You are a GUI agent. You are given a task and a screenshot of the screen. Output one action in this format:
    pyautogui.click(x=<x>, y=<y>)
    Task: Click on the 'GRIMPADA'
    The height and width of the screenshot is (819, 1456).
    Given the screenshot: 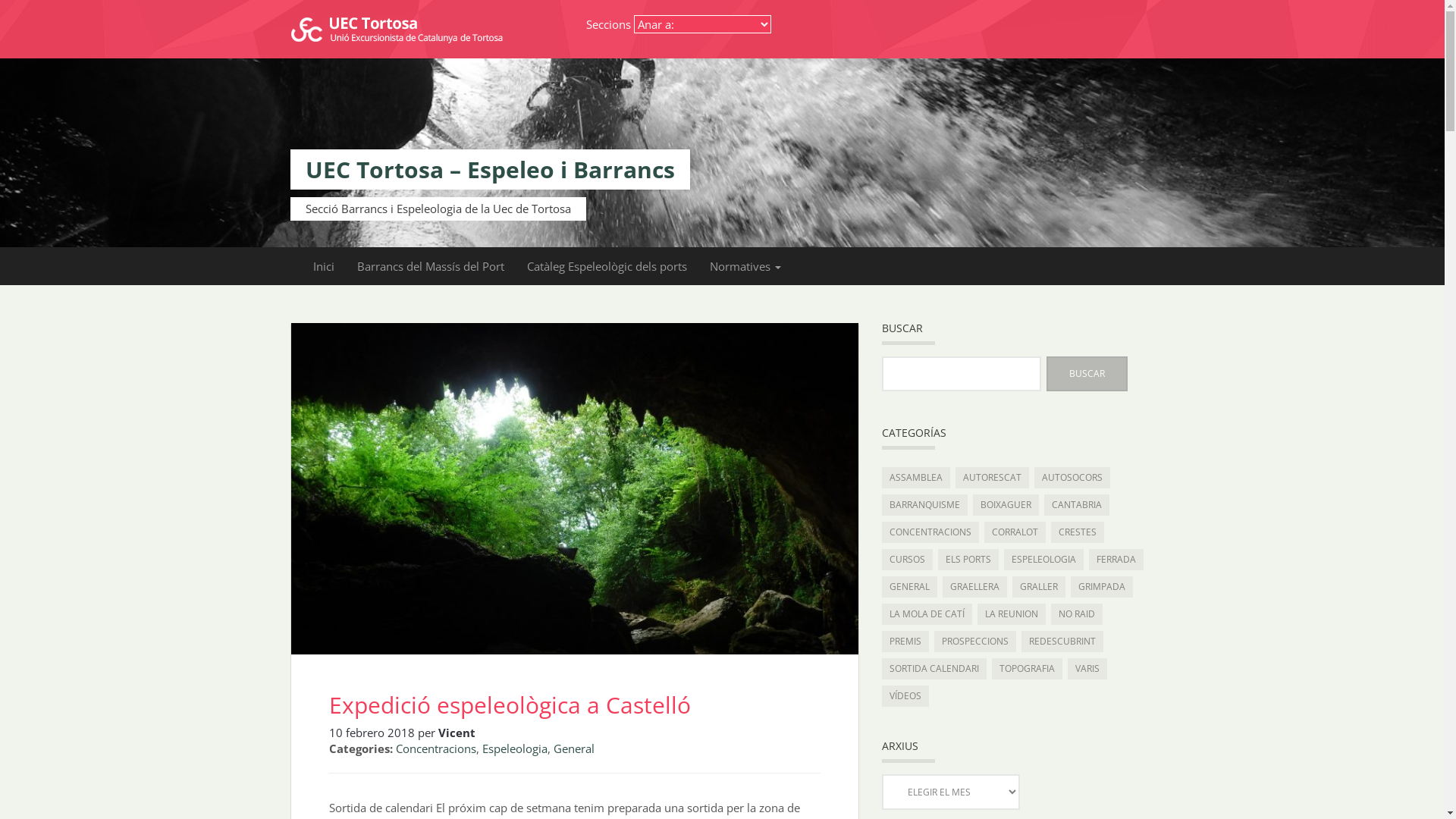 What is the action you would take?
    pyautogui.click(x=1102, y=586)
    